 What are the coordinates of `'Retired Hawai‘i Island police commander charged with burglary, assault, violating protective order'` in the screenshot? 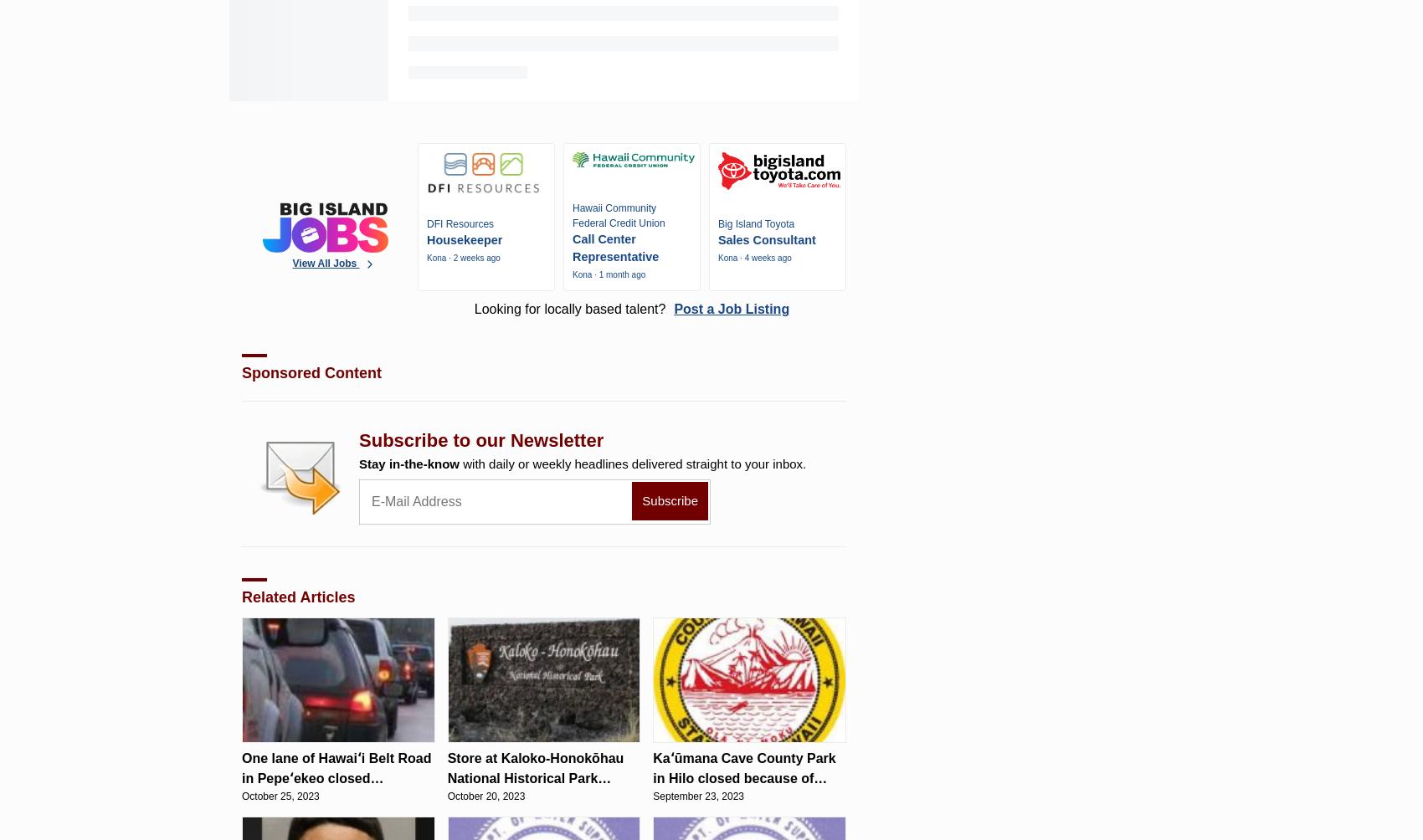 It's located at (229, 53).